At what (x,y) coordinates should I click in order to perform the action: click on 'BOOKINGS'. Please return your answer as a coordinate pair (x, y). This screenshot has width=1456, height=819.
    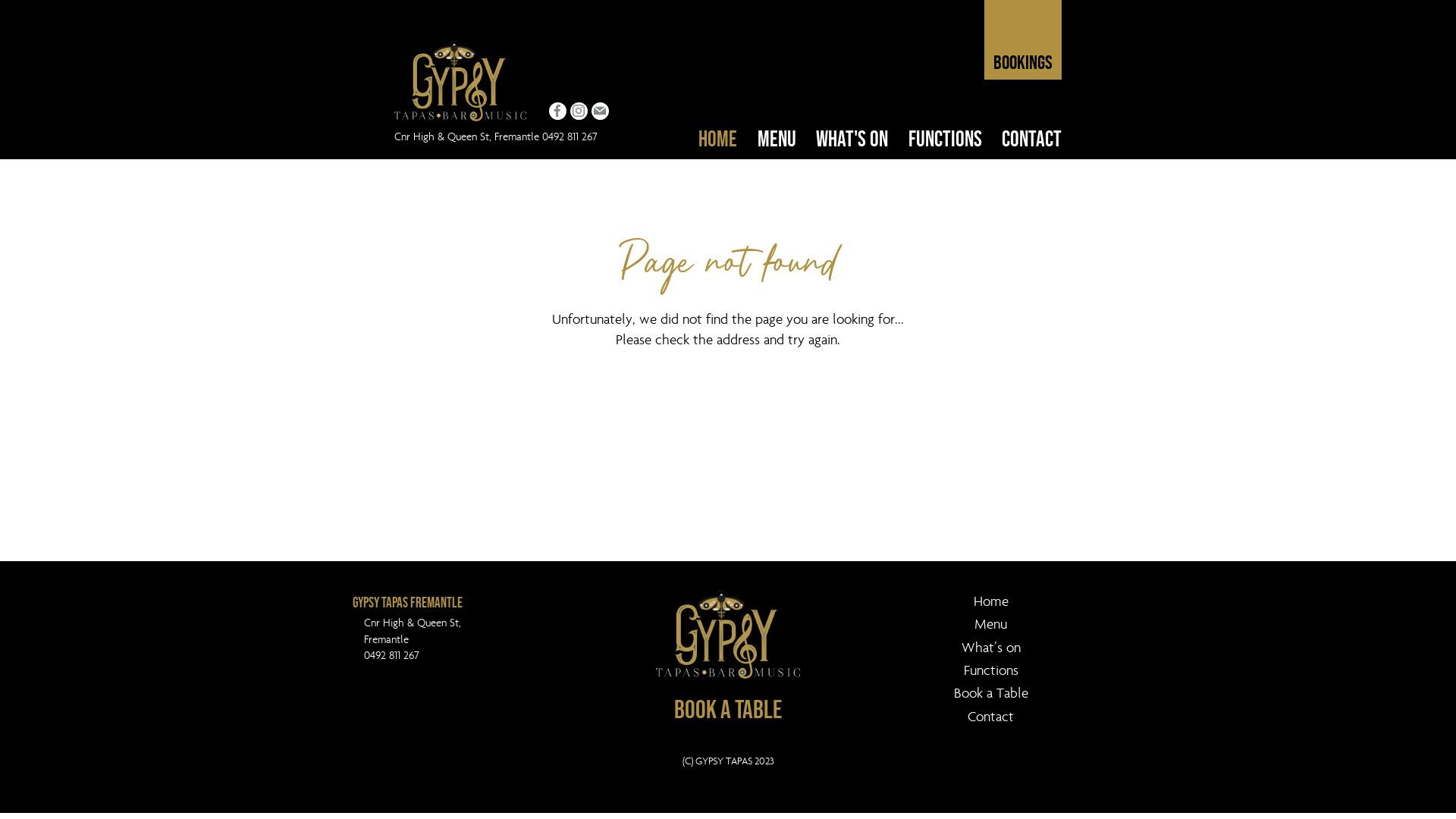
    Looking at the image, I should click on (984, 39).